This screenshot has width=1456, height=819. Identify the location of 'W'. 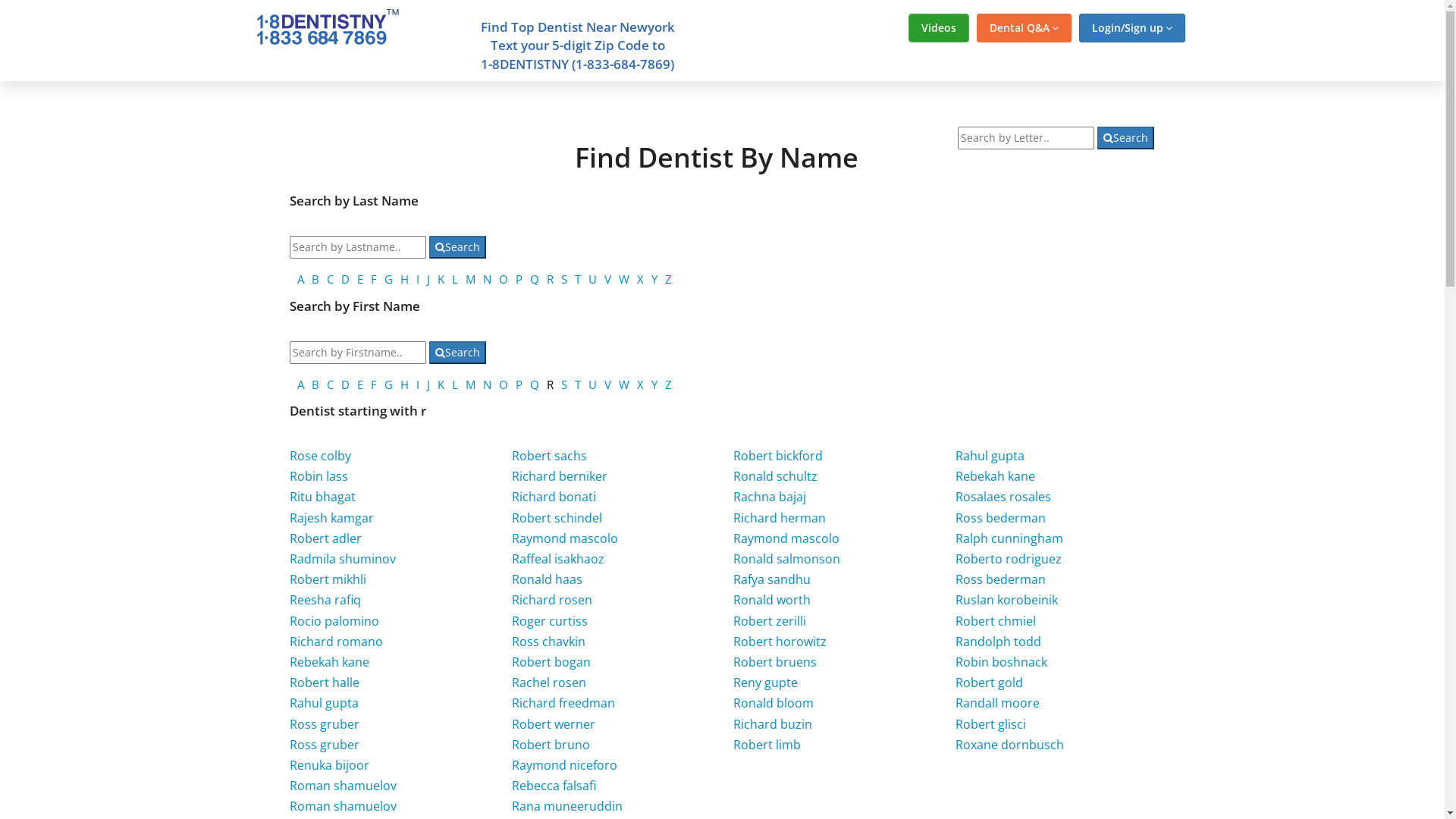
(619, 278).